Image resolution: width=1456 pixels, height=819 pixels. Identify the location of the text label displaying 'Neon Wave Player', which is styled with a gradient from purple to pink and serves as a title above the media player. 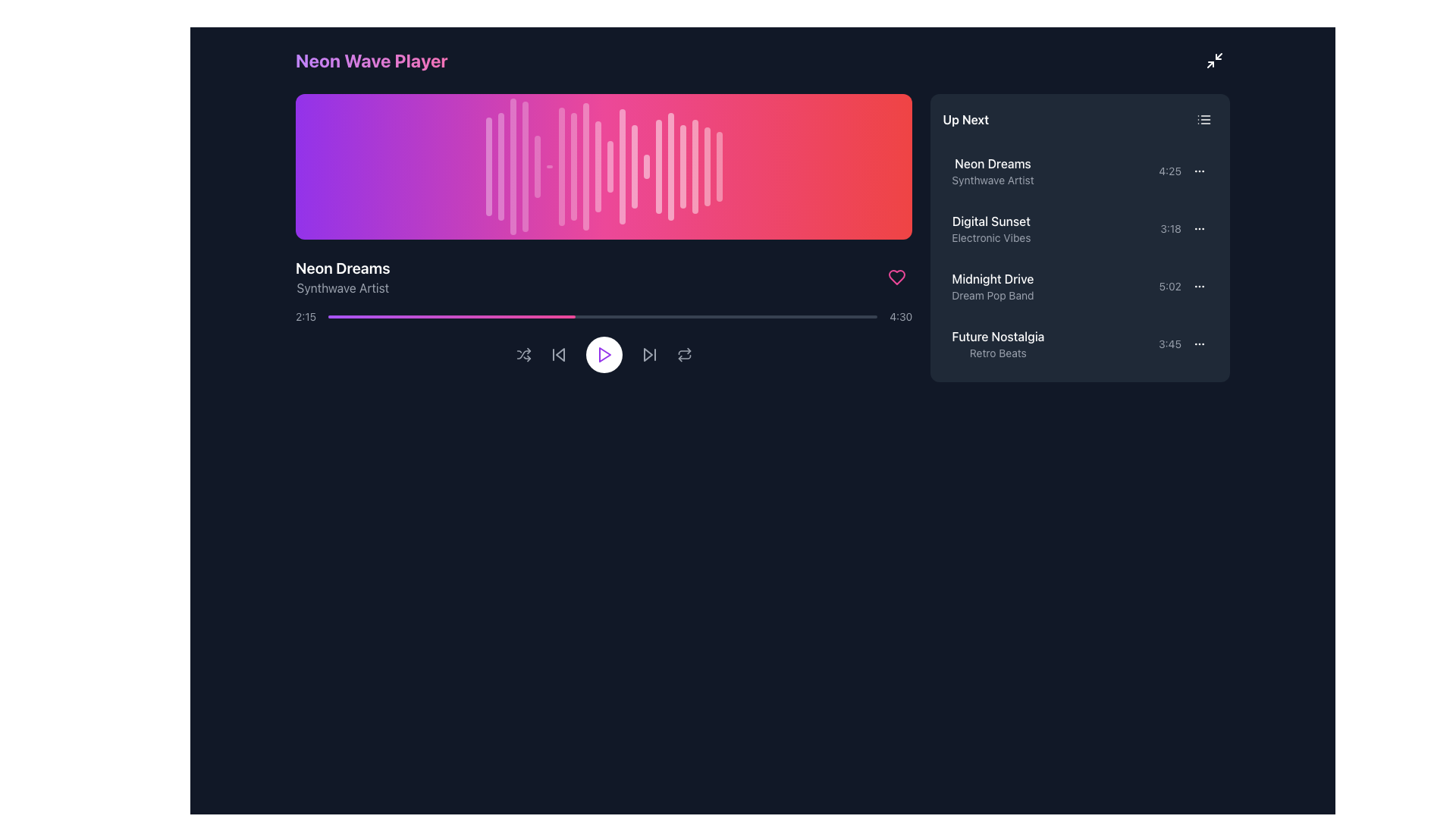
(372, 60).